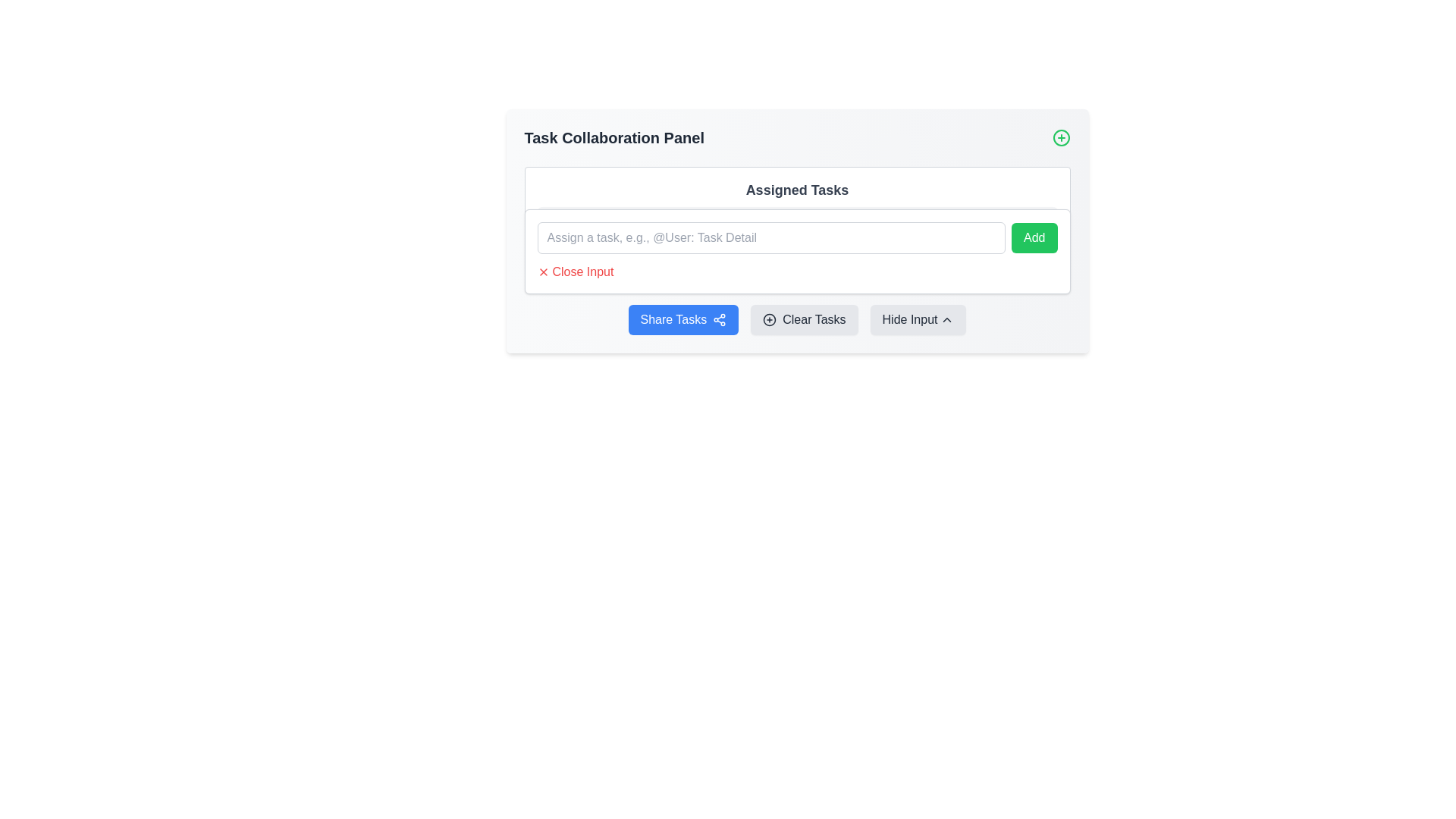 The image size is (1456, 819). Describe the element at coordinates (719, 318) in the screenshot. I see `the small share icon located within the blue 'Share Tasks' button, positioned to the right of the text 'Share Tasks'` at that location.